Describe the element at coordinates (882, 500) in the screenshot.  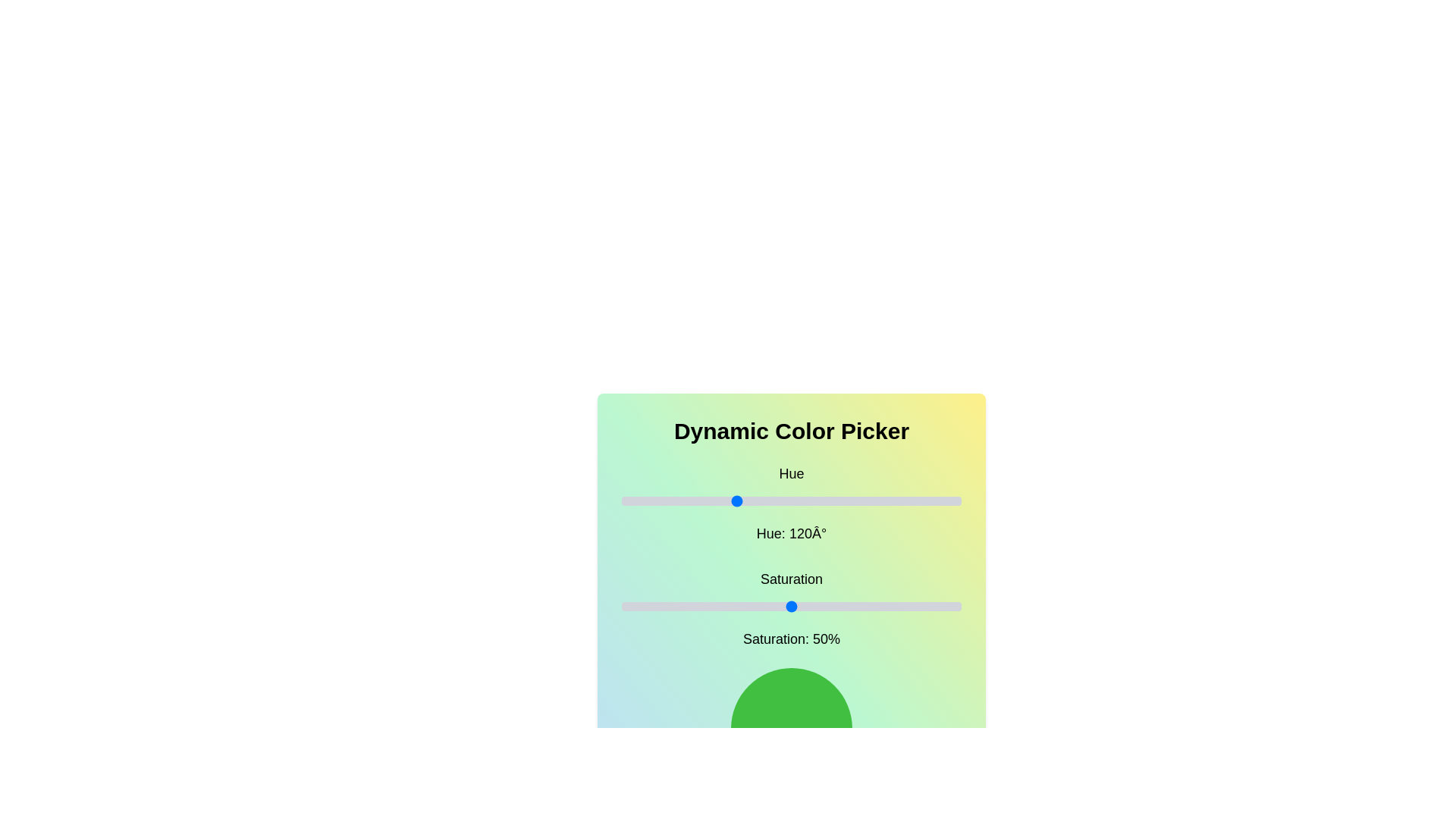
I see `the hue slider to set the hue to 276` at that location.